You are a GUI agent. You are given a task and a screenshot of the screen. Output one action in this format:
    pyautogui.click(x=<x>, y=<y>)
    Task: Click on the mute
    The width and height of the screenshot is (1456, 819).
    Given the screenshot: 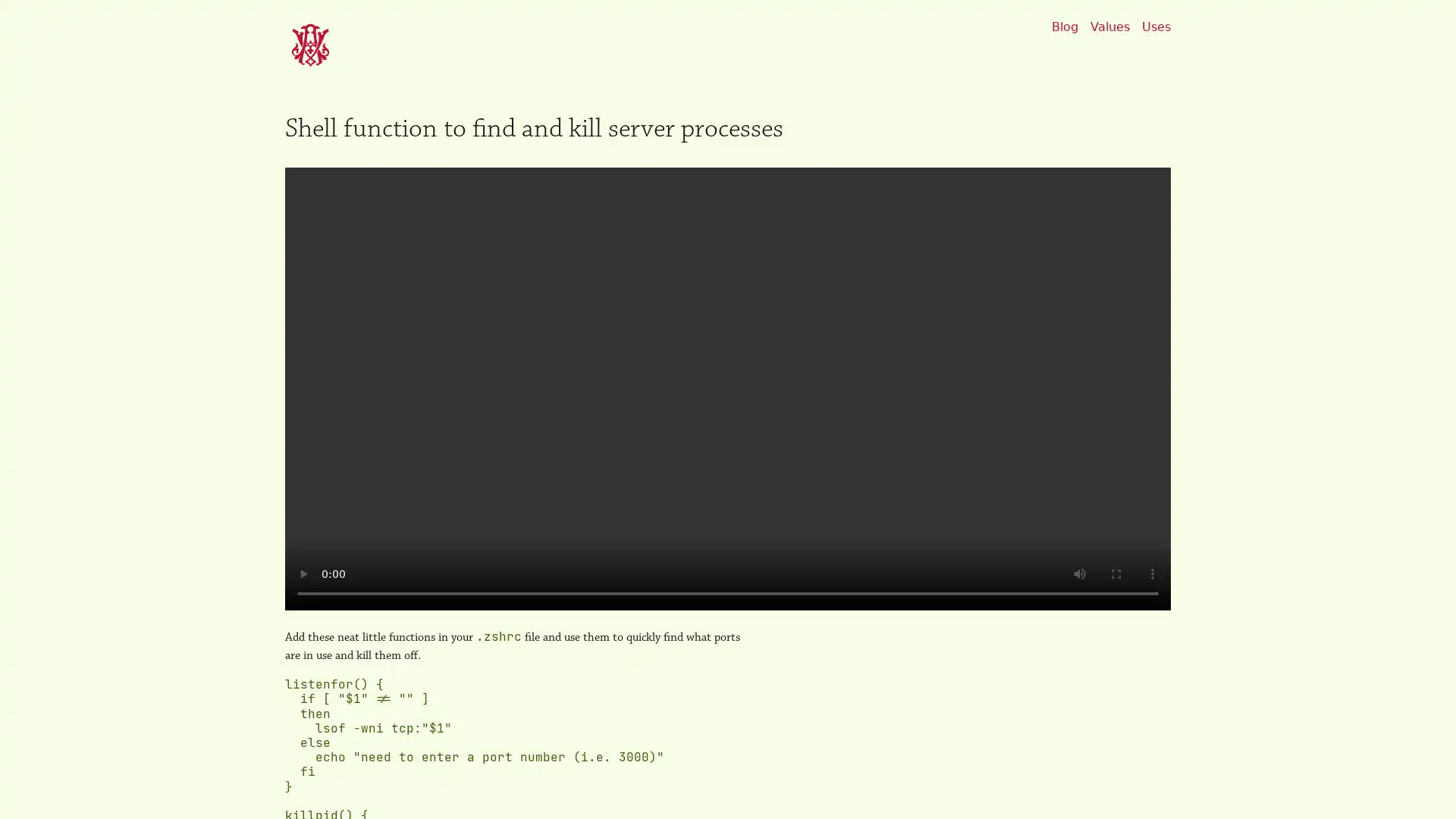 What is the action you would take?
    pyautogui.click(x=1079, y=573)
    